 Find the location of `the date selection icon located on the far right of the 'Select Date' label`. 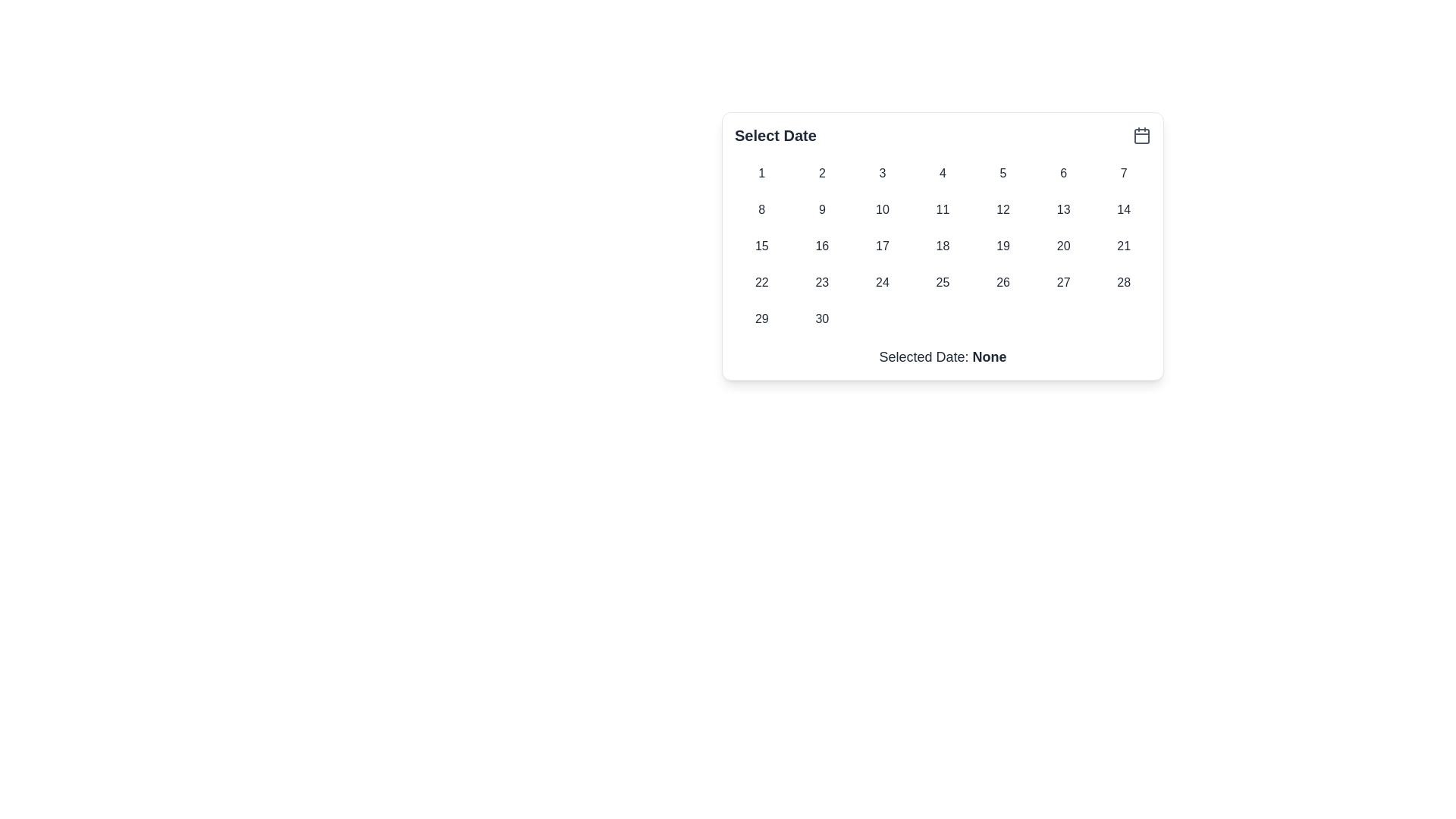

the date selection icon located on the far right of the 'Select Date' label is located at coordinates (1142, 134).